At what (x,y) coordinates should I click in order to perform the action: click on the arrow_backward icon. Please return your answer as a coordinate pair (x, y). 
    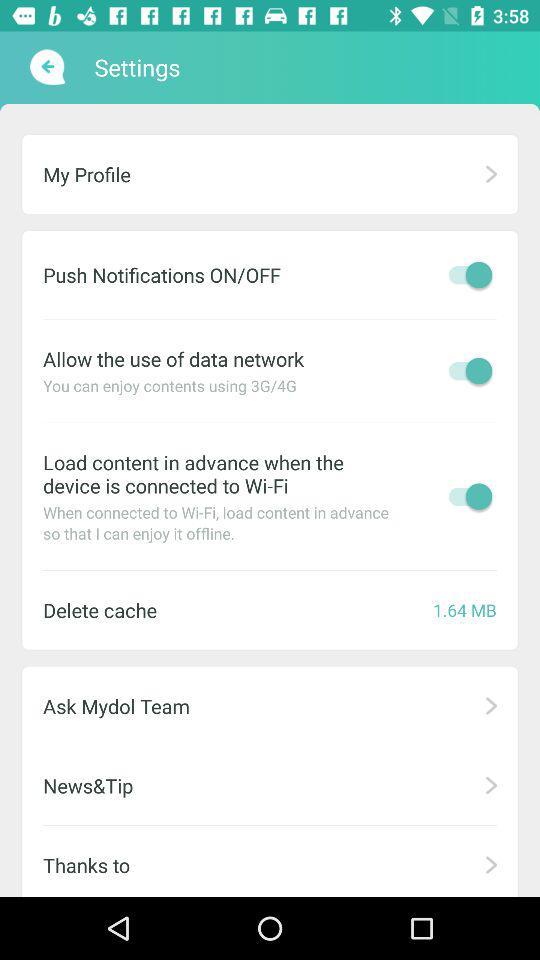
    Looking at the image, I should click on (45, 67).